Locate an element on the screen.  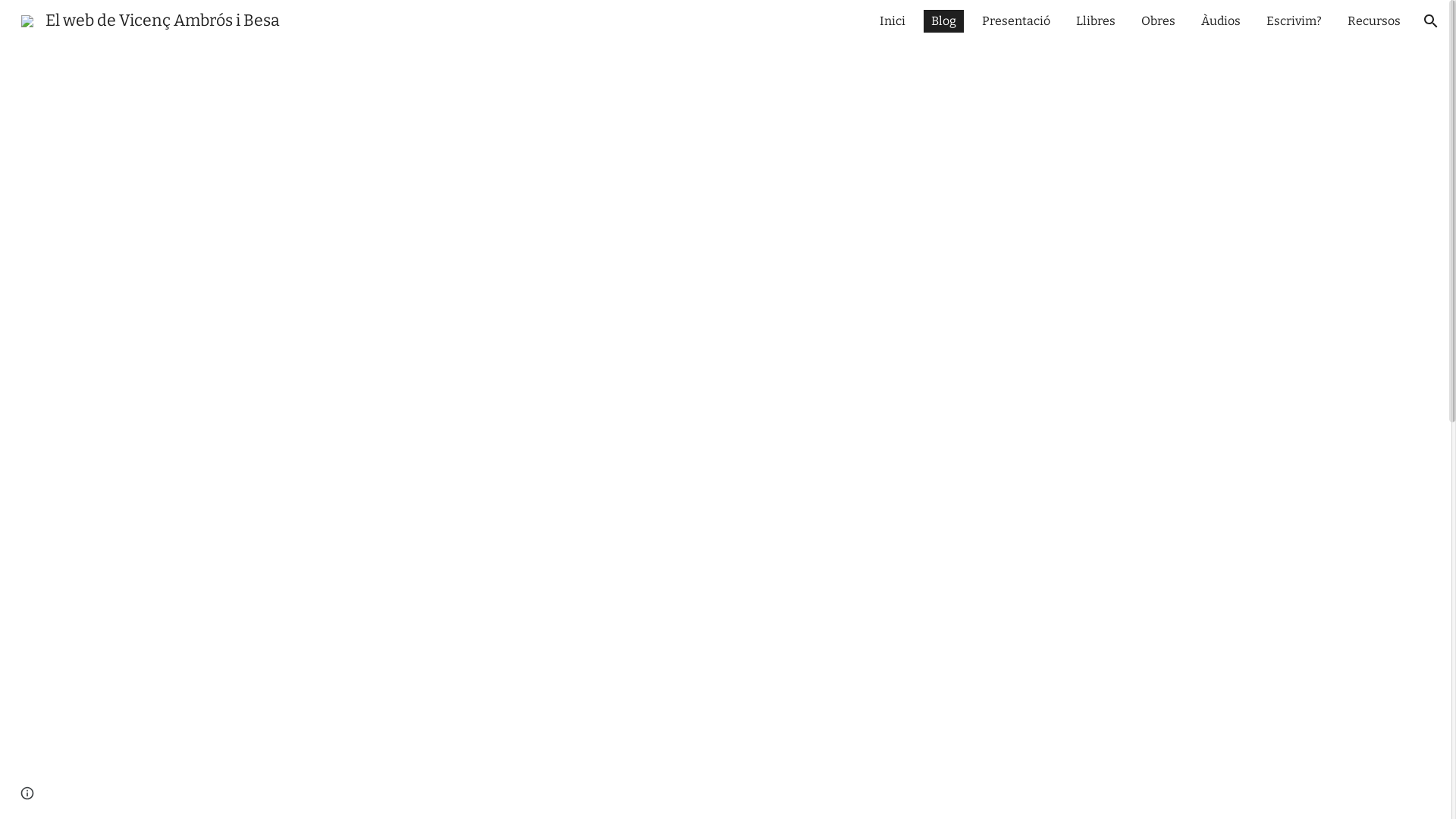
'Inici' is located at coordinates (892, 20).